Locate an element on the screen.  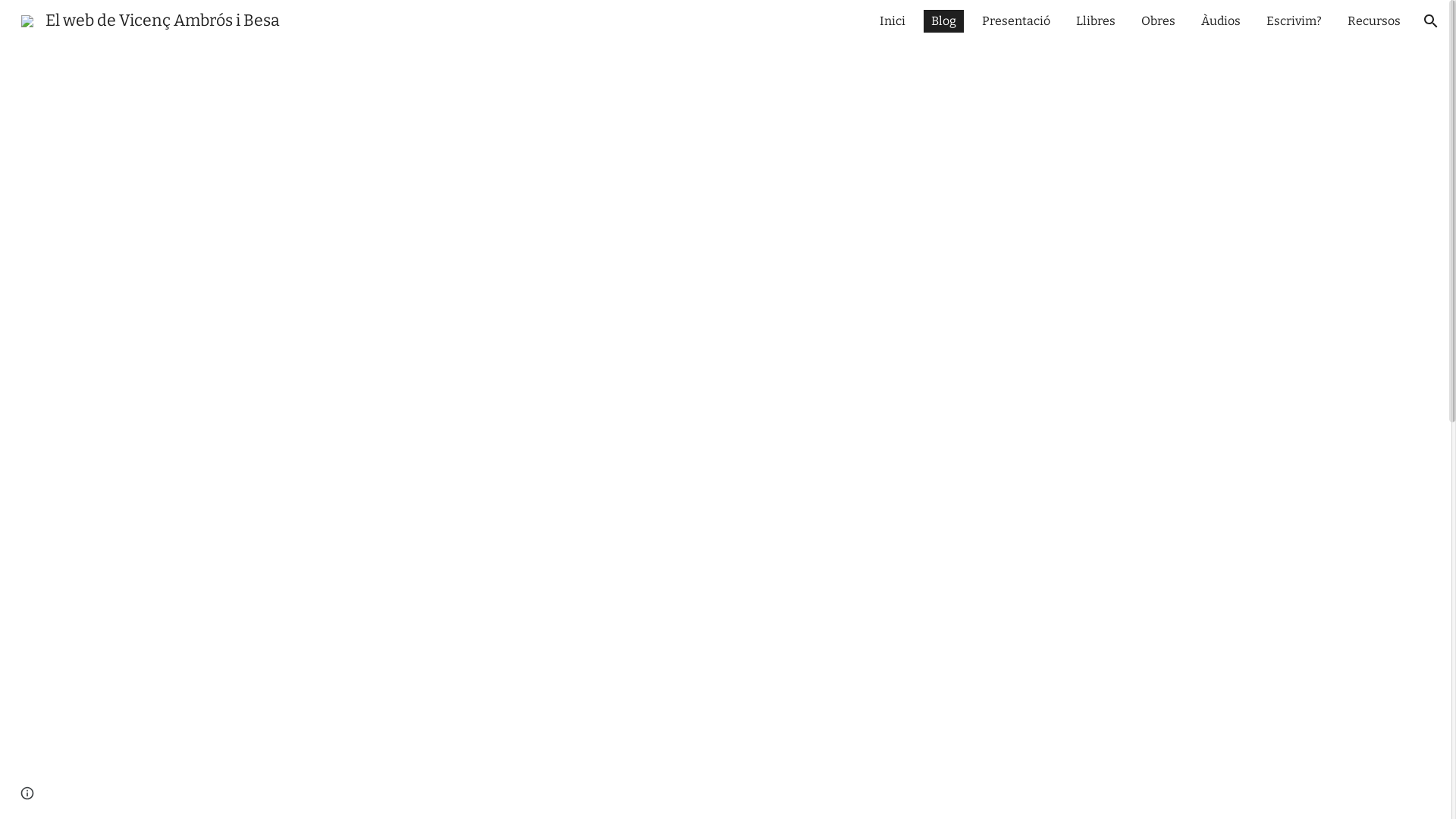
'Inici' is located at coordinates (892, 20).